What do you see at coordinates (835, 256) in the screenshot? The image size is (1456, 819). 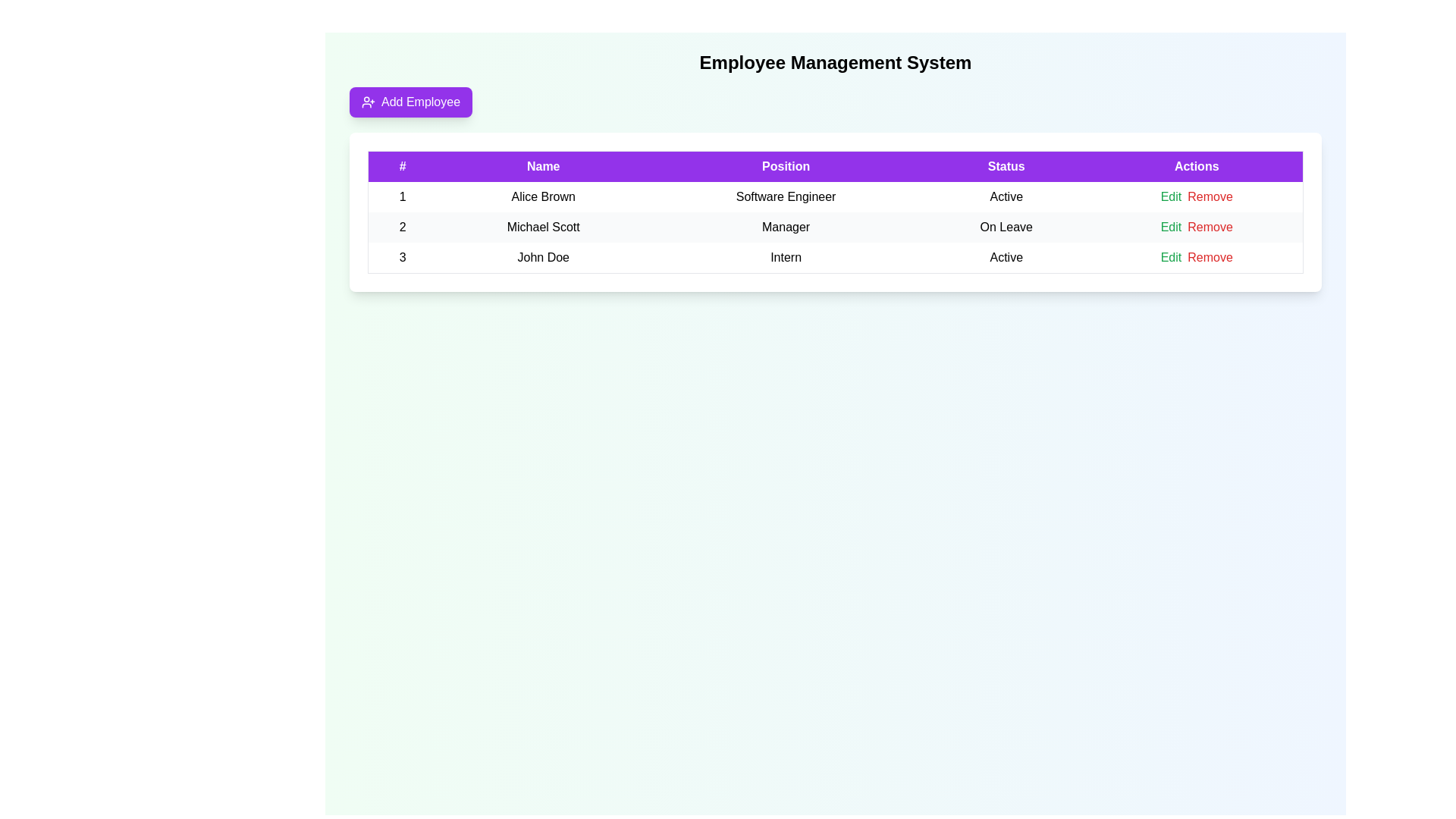 I see `the third row in the employee records table` at bounding box center [835, 256].